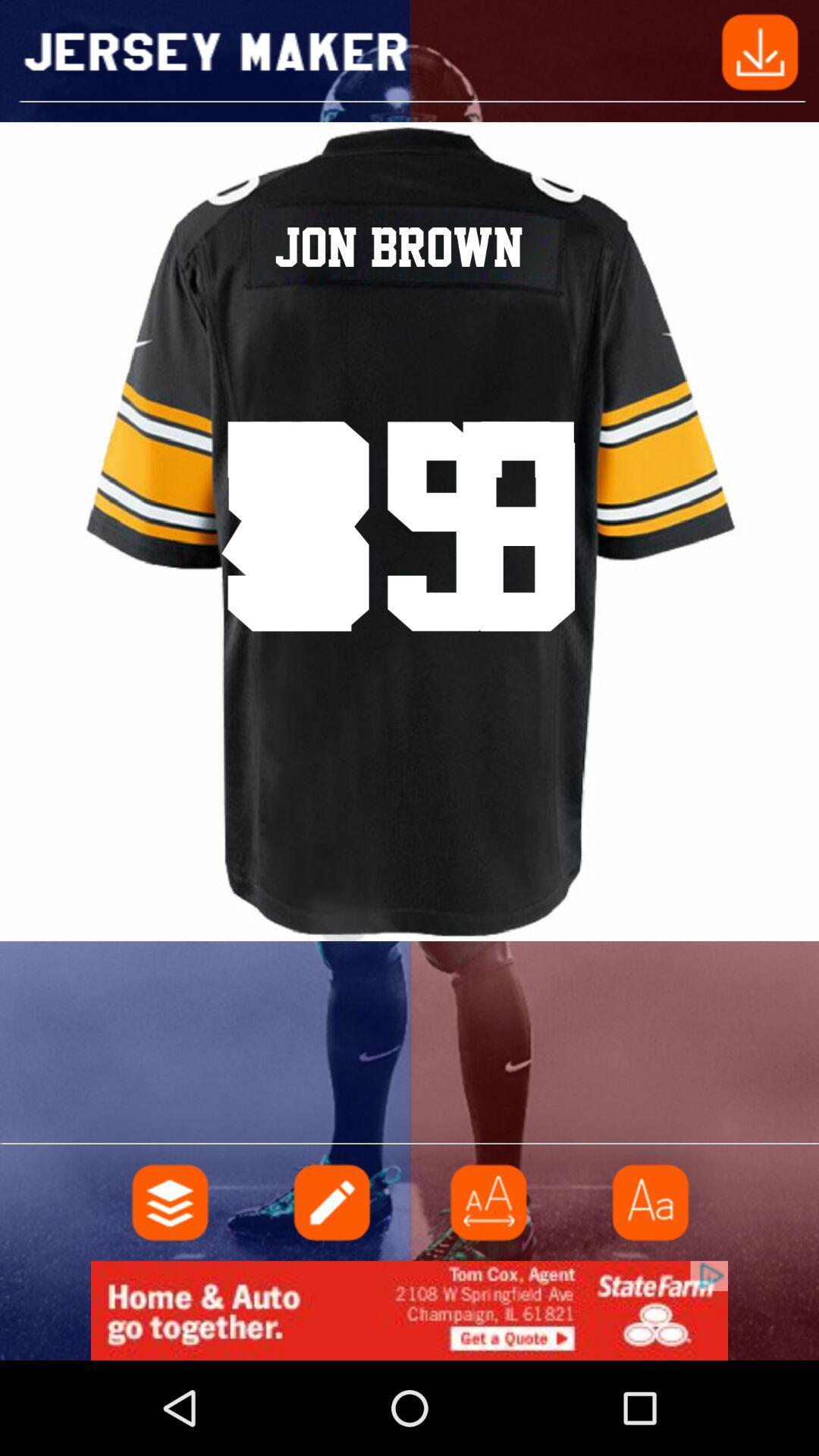 This screenshot has width=819, height=1456. I want to click on share the article, so click(760, 51).